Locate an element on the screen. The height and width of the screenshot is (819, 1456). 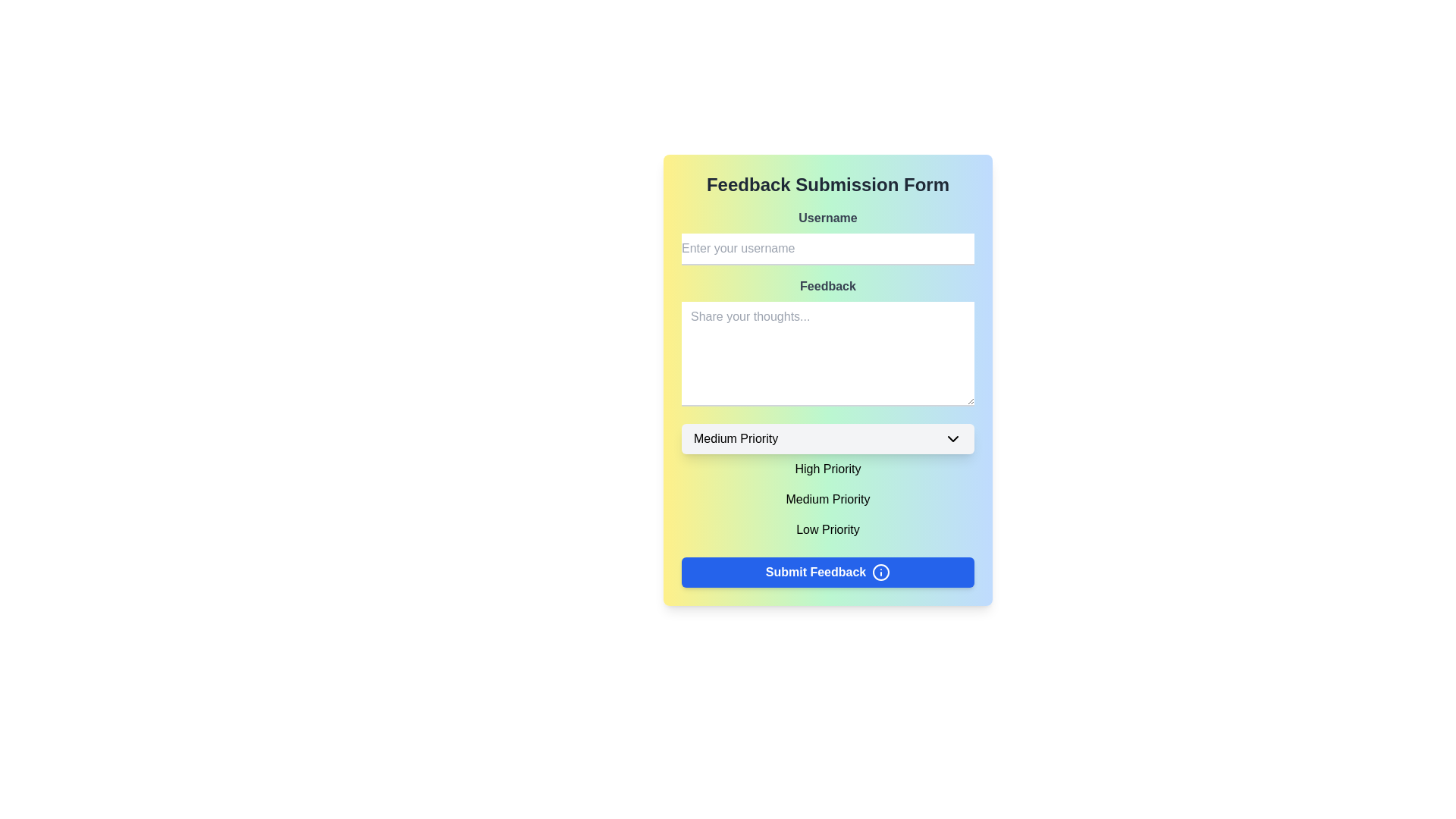
the username input field in the 'Feedback Submission Form' to focus and type is located at coordinates (827, 237).